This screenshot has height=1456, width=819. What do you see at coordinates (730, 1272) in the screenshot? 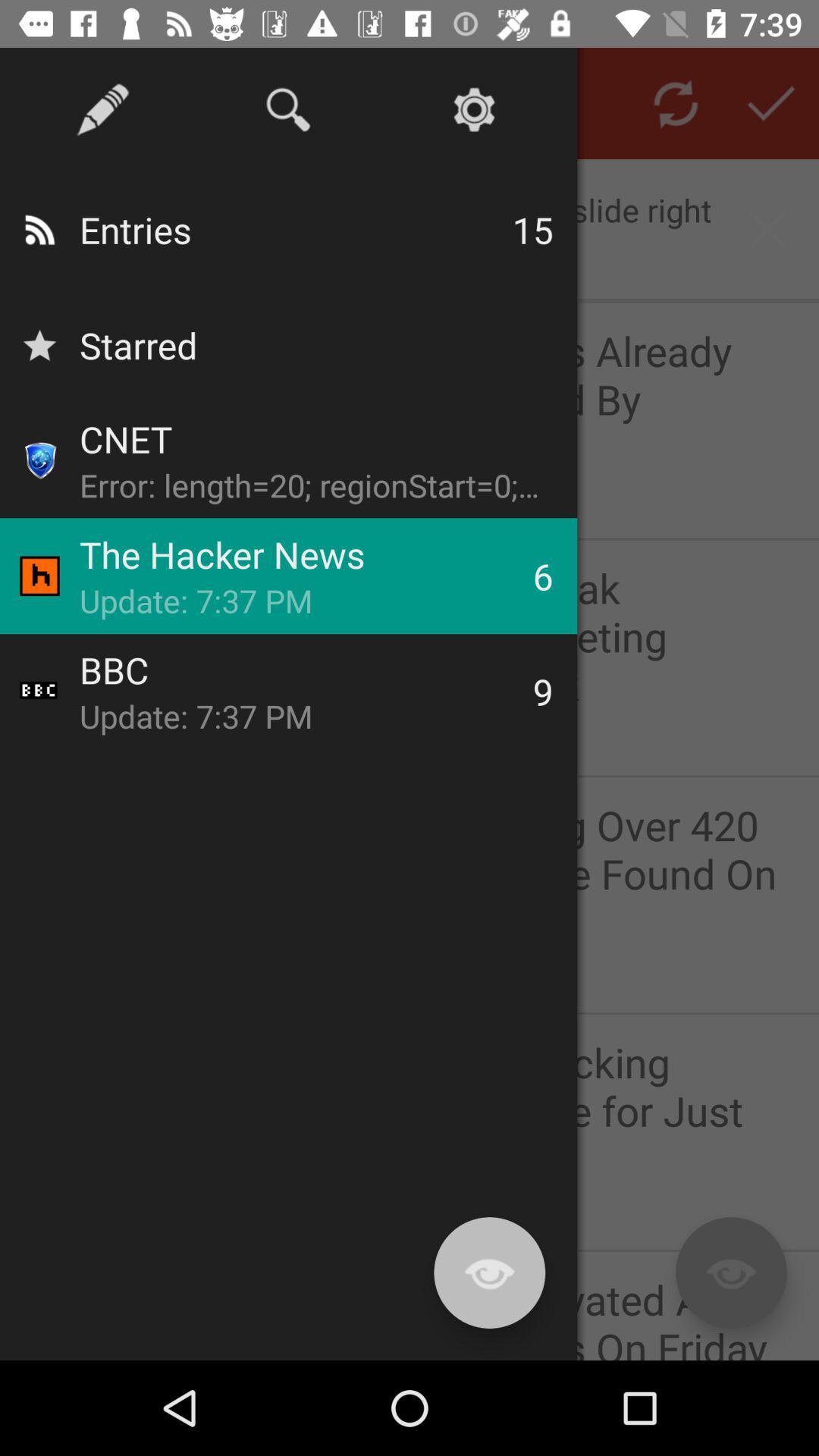
I see `the visibility icon` at bounding box center [730, 1272].